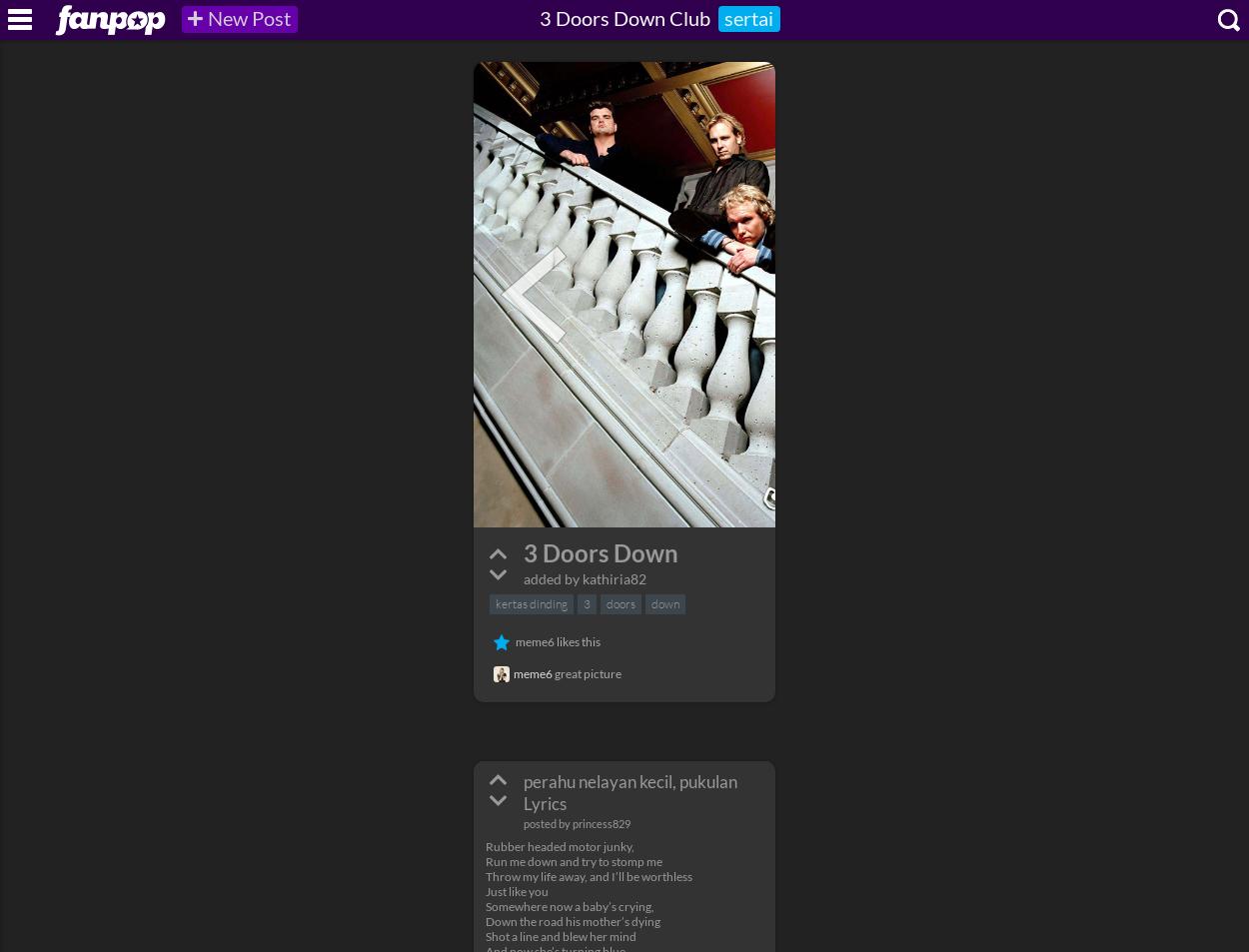  I want to click on 'perahu nelayan kecil, pukulan Lyrics', so click(630, 791).